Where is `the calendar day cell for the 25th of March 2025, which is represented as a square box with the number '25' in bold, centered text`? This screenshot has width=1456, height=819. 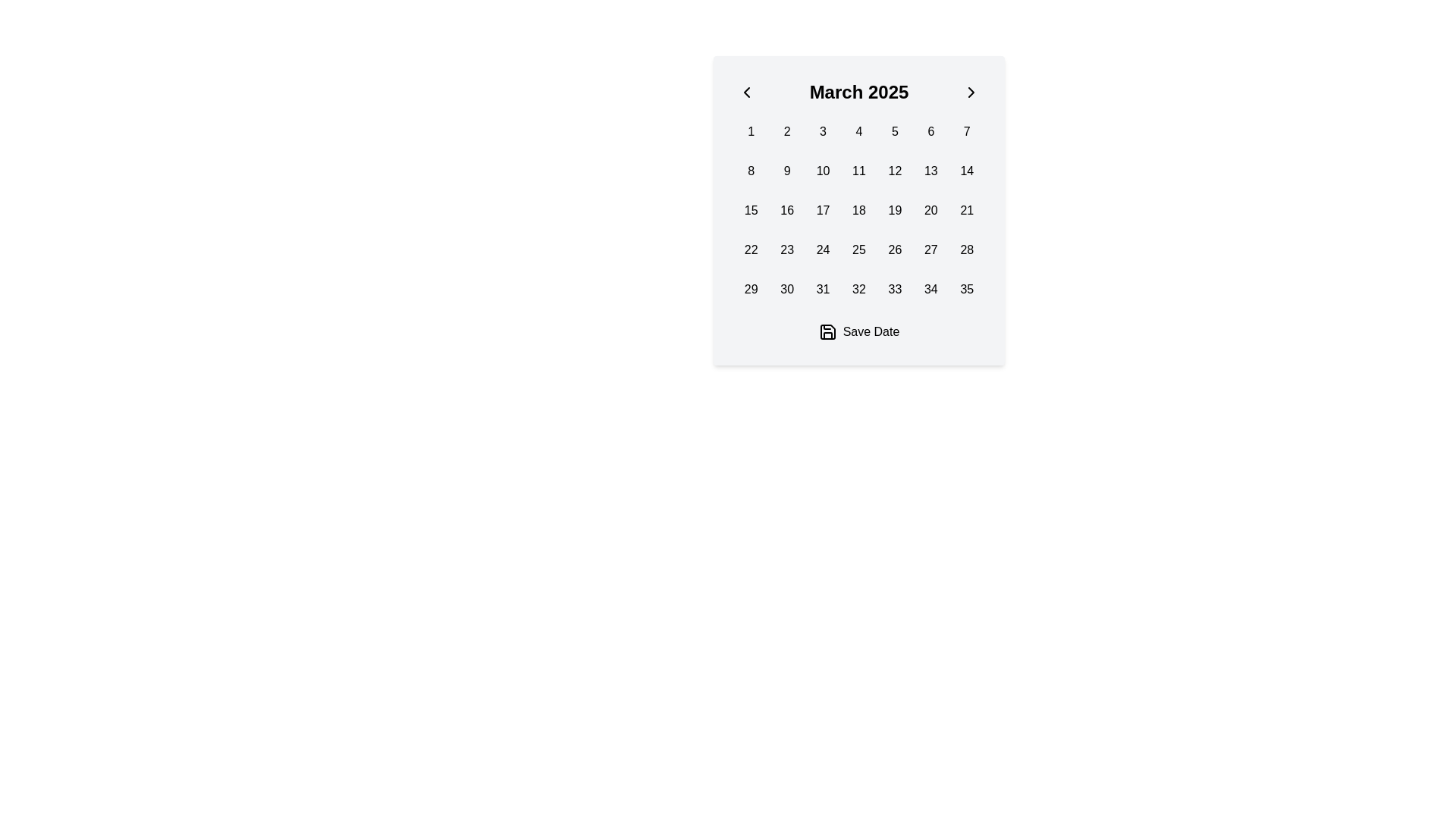 the calendar day cell for the 25th of March 2025, which is represented as a square box with the number '25' in bold, centered text is located at coordinates (858, 249).